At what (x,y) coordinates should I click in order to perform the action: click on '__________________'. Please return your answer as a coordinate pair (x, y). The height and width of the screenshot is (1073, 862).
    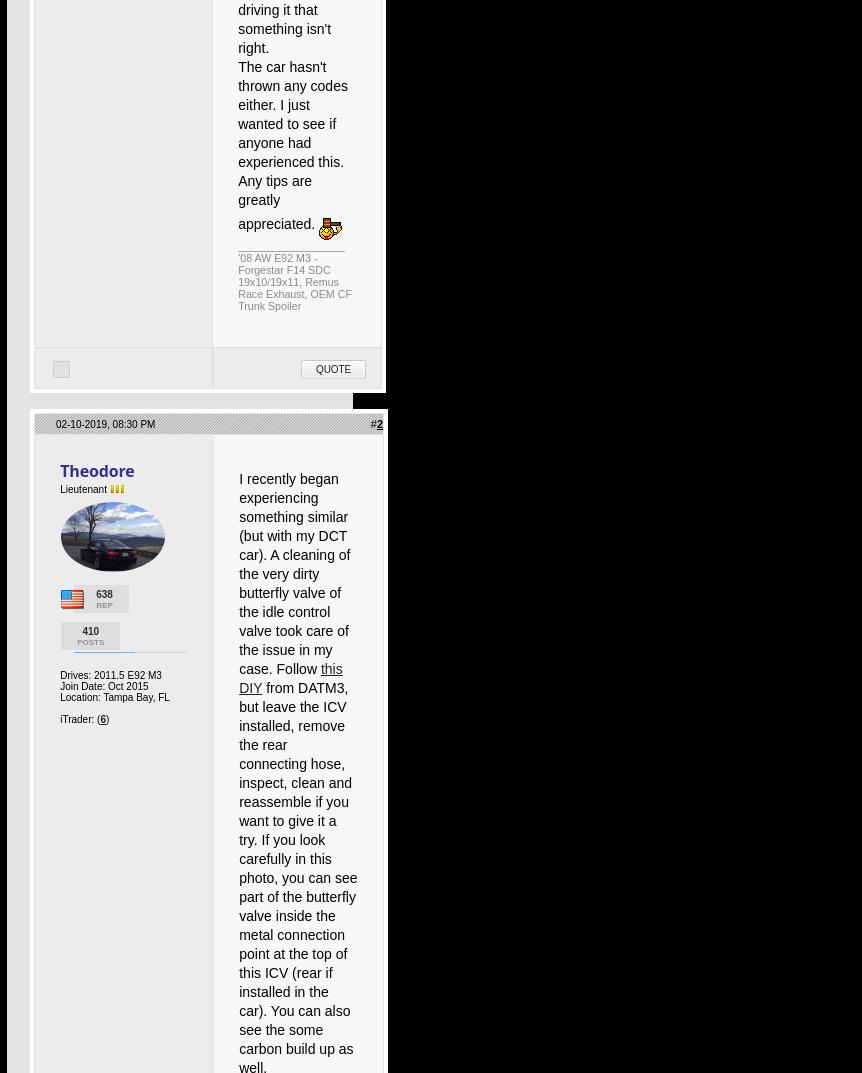
    Looking at the image, I should click on (236, 245).